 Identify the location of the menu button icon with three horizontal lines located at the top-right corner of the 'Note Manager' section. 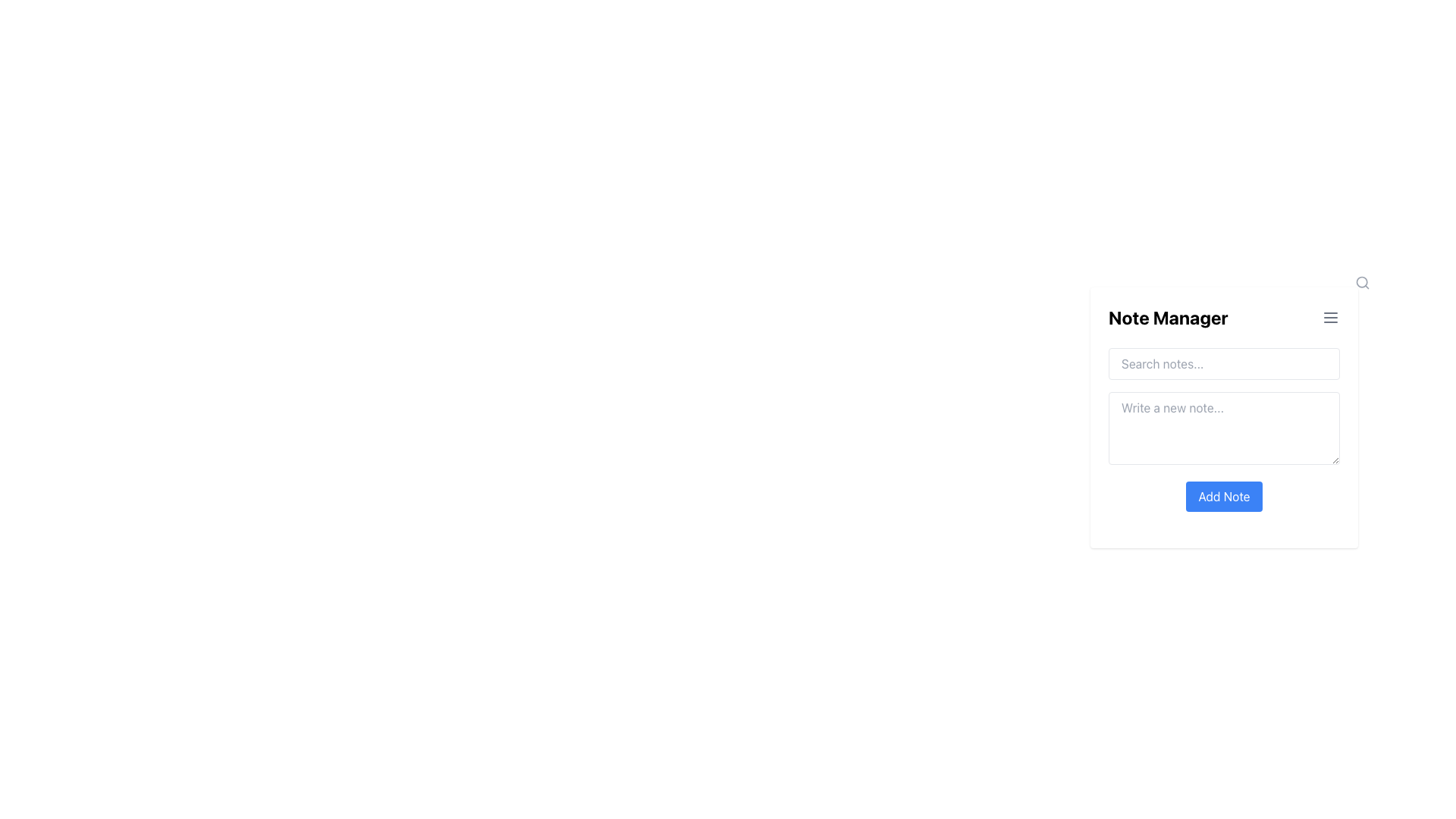
(1330, 317).